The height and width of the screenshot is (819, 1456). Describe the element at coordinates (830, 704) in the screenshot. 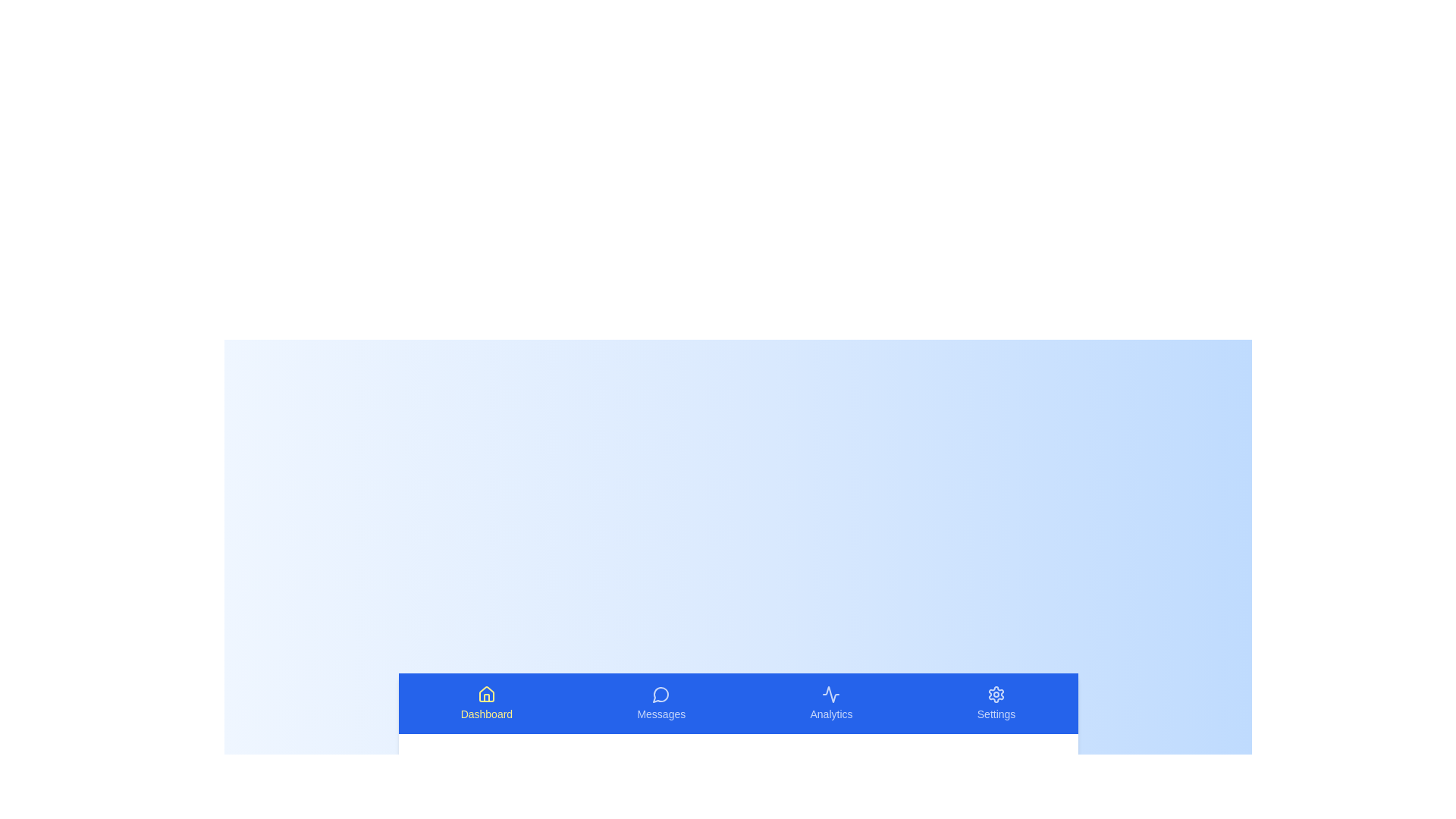

I see `the tab labeled 'Analytics' to observe the hover effect` at that location.